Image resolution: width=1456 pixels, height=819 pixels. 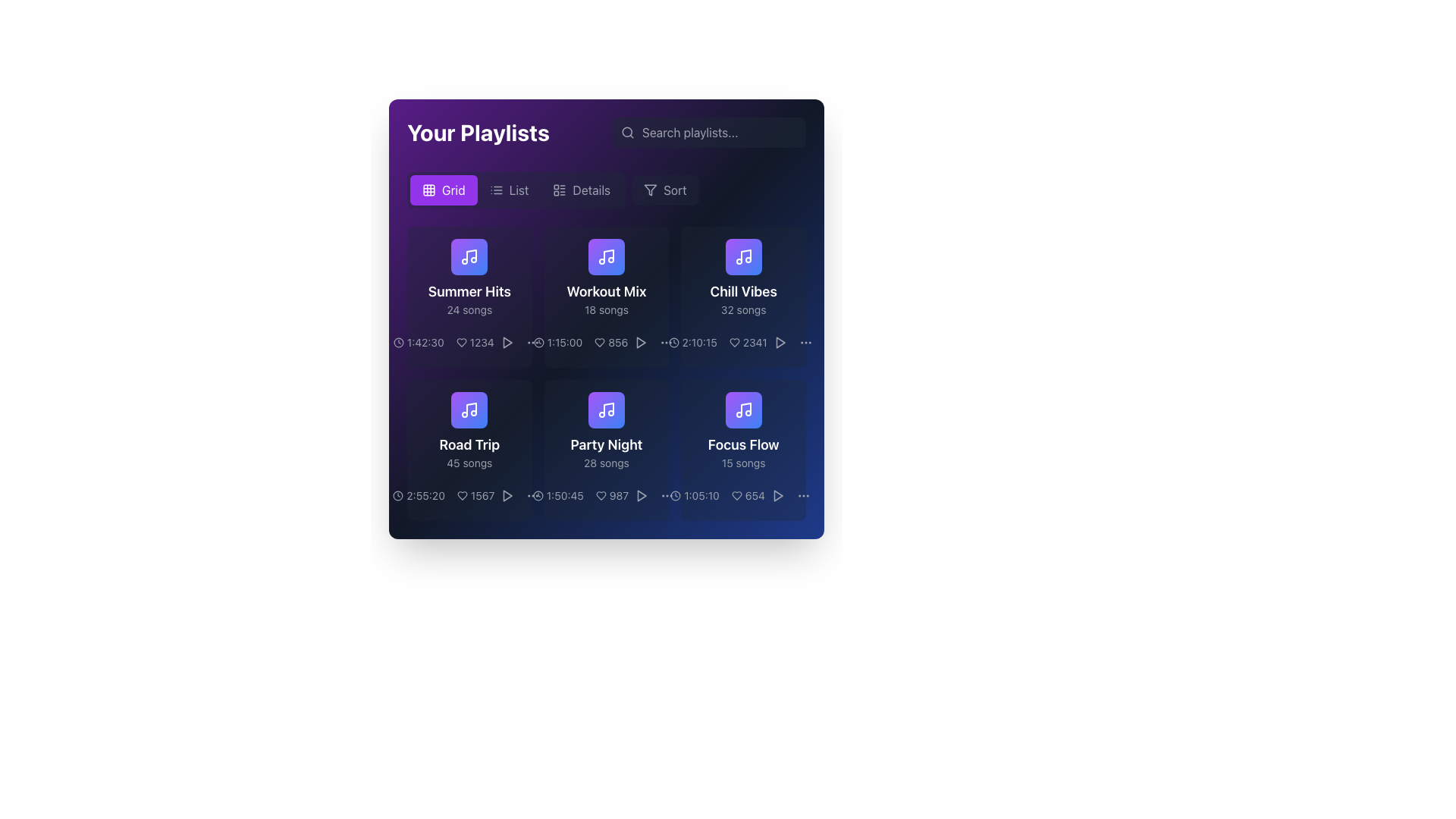 What do you see at coordinates (743, 342) in the screenshot?
I see `value displayed on the static text label indicating the number of likes or favorites for the 'Chill Vibes' playlist, located between the gray heart icon and the play button icon` at bounding box center [743, 342].